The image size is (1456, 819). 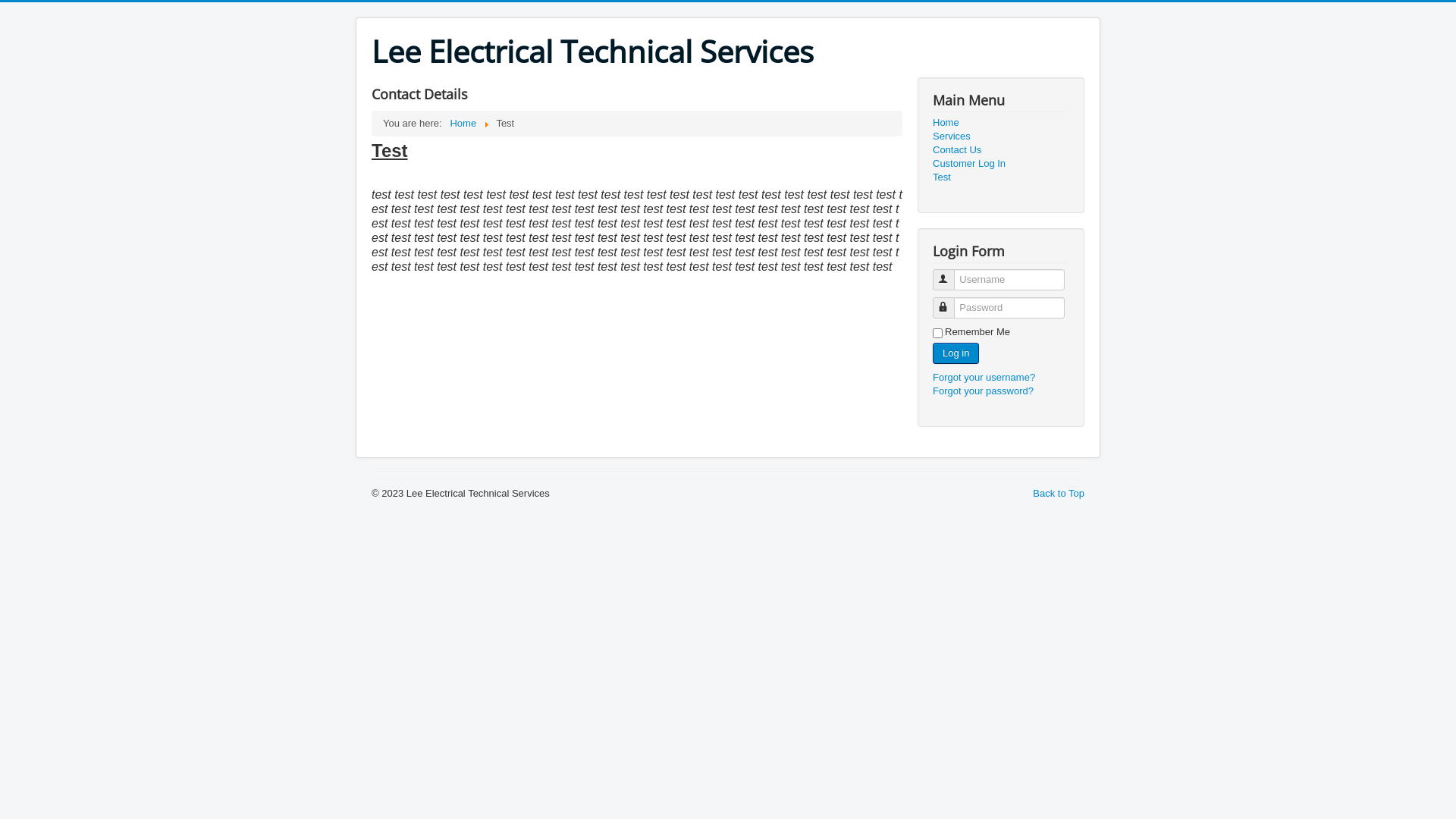 What do you see at coordinates (984, 376) in the screenshot?
I see `'Forgot your username?'` at bounding box center [984, 376].